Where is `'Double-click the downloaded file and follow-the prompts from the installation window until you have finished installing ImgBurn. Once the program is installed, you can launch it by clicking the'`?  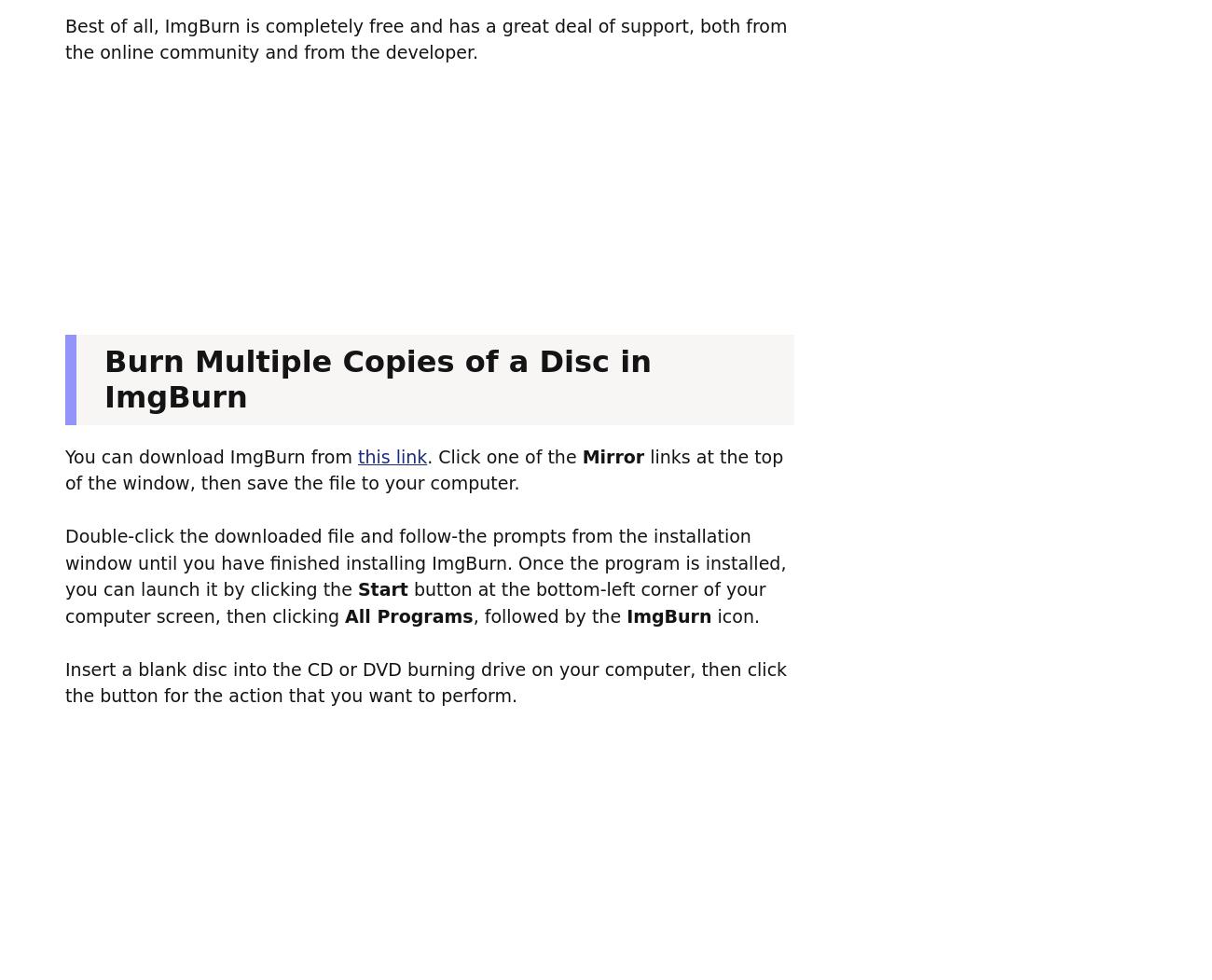
'Double-click the downloaded file and follow-the prompts from the installation window until you have finished installing ImgBurn. Once the program is installed, you can launch it by clicking the' is located at coordinates (424, 562).